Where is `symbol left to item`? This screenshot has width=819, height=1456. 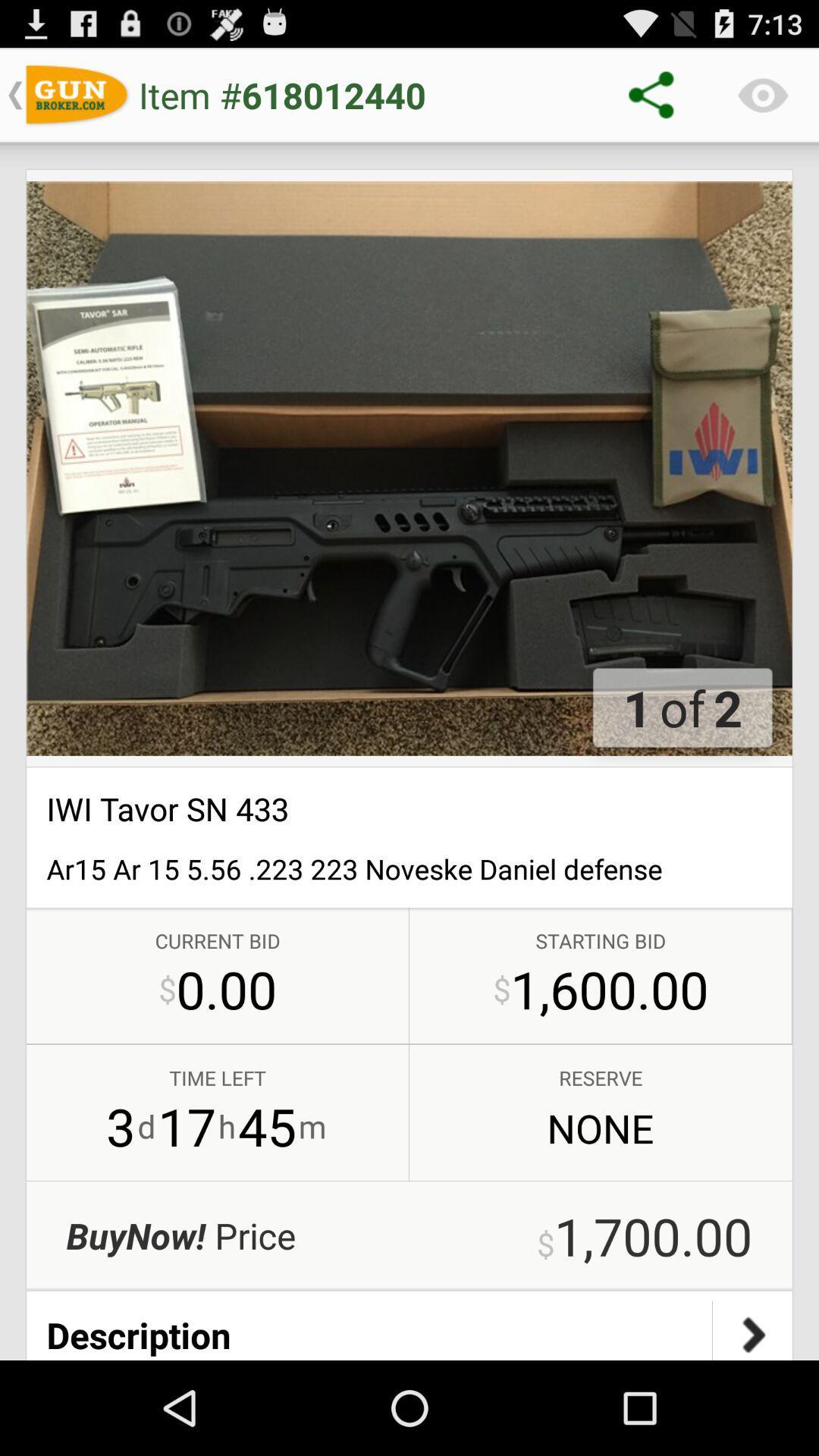 symbol left to item is located at coordinates (77, 94).